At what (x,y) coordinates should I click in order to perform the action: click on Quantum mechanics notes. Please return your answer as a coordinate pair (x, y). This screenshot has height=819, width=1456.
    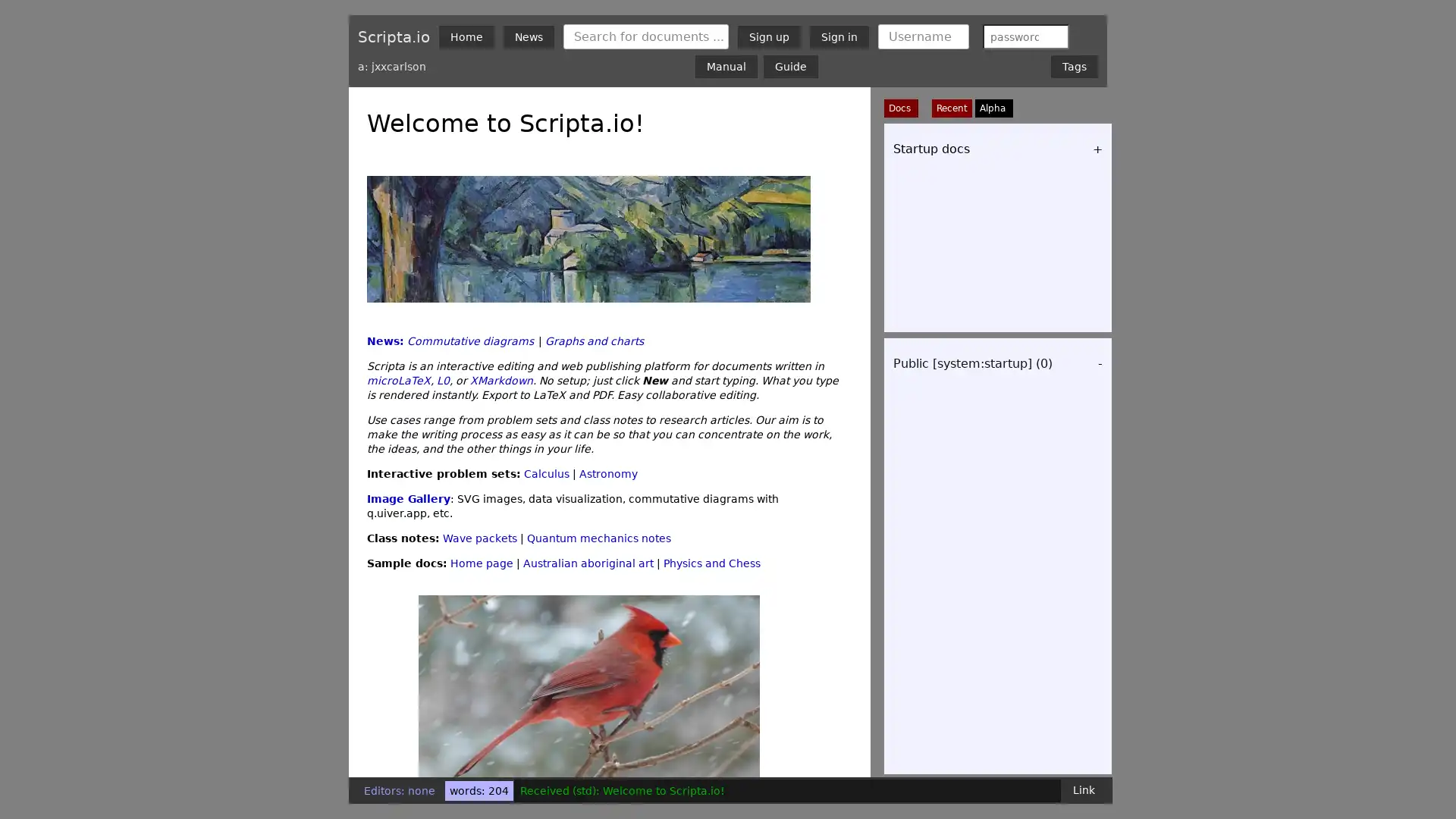
    Looking at the image, I should click on (598, 537).